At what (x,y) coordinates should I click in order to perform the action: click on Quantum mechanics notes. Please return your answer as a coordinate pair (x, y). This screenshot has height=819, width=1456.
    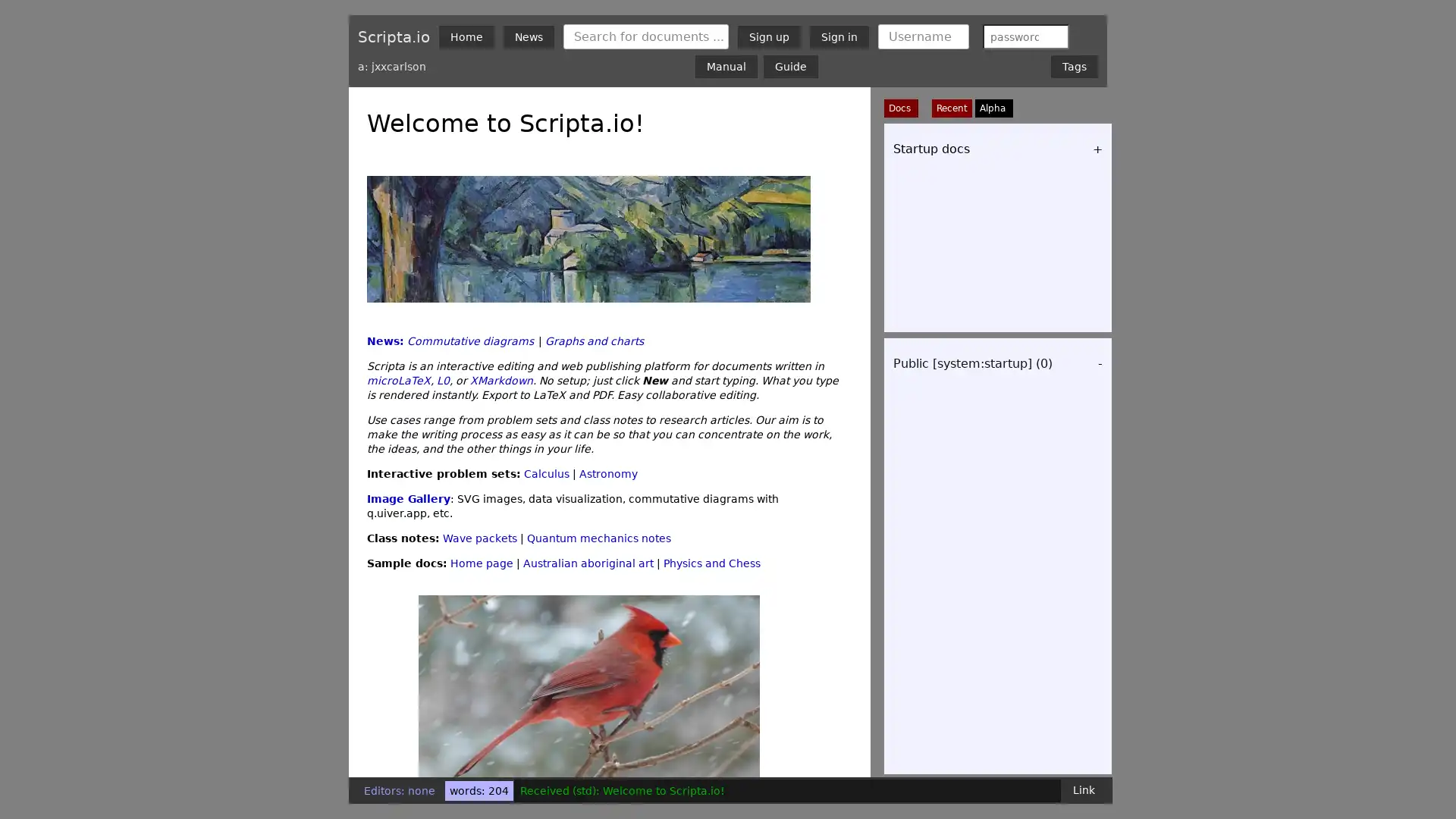
    Looking at the image, I should click on (598, 537).